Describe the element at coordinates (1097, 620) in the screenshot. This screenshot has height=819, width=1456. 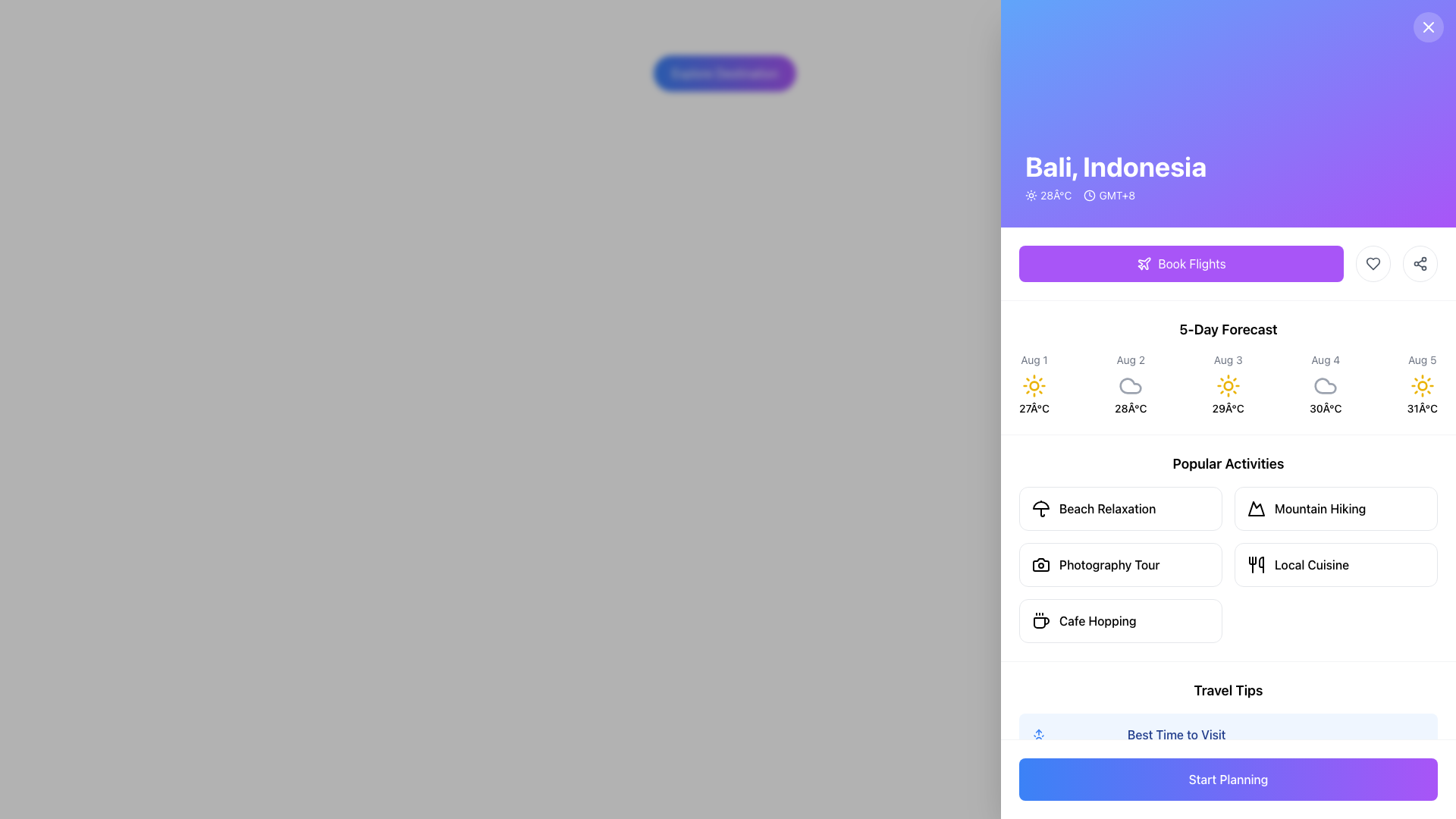
I see `the clickable text label 'Cafe Hopping' located under the 'Popular Activities' section` at that location.